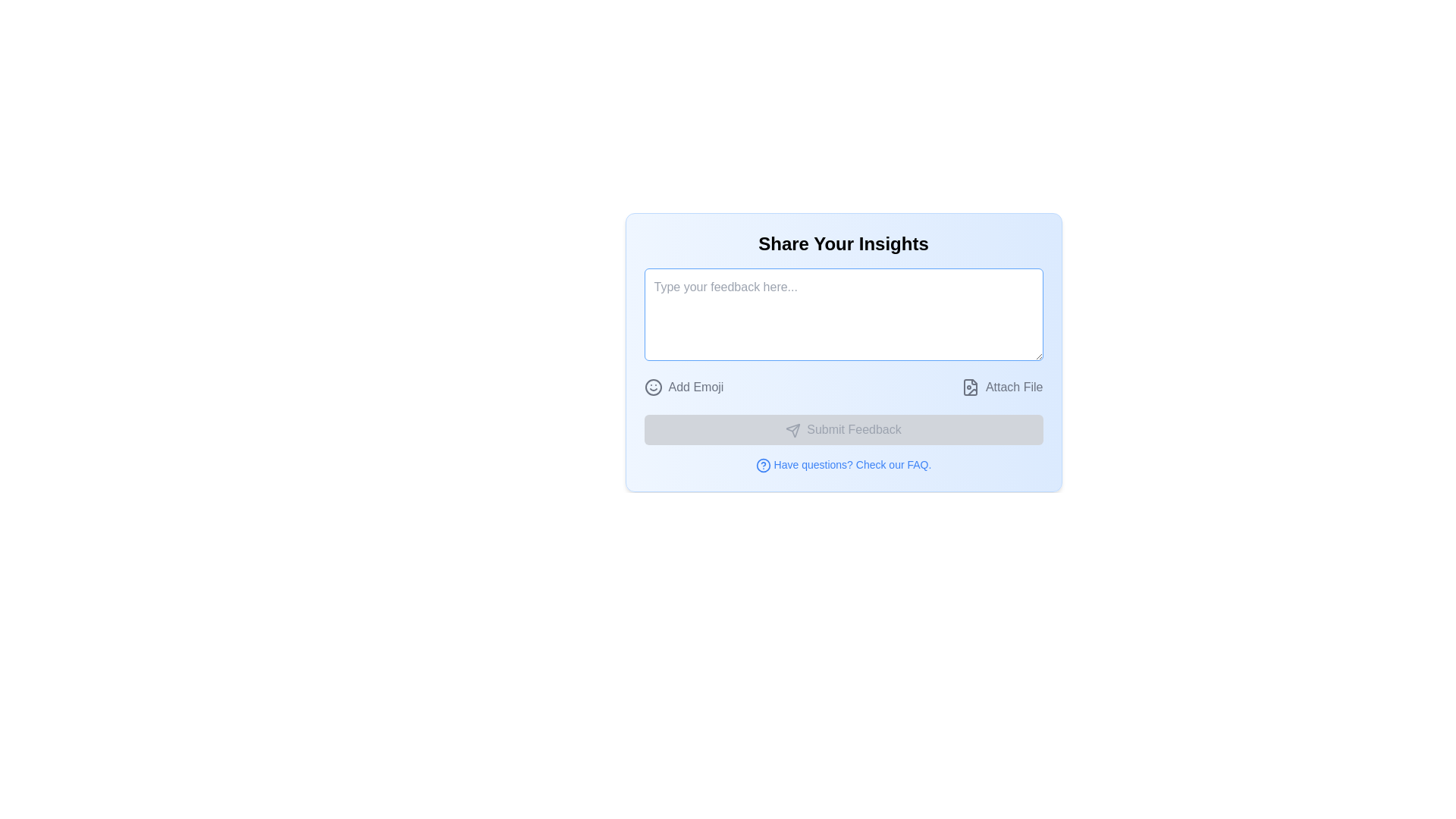  Describe the element at coordinates (653, 386) in the screenshot. I see `the circular SVG element that is part of the smiley face icon, located adjacent to the input field labeled 'Share Your Insights'` at that location.